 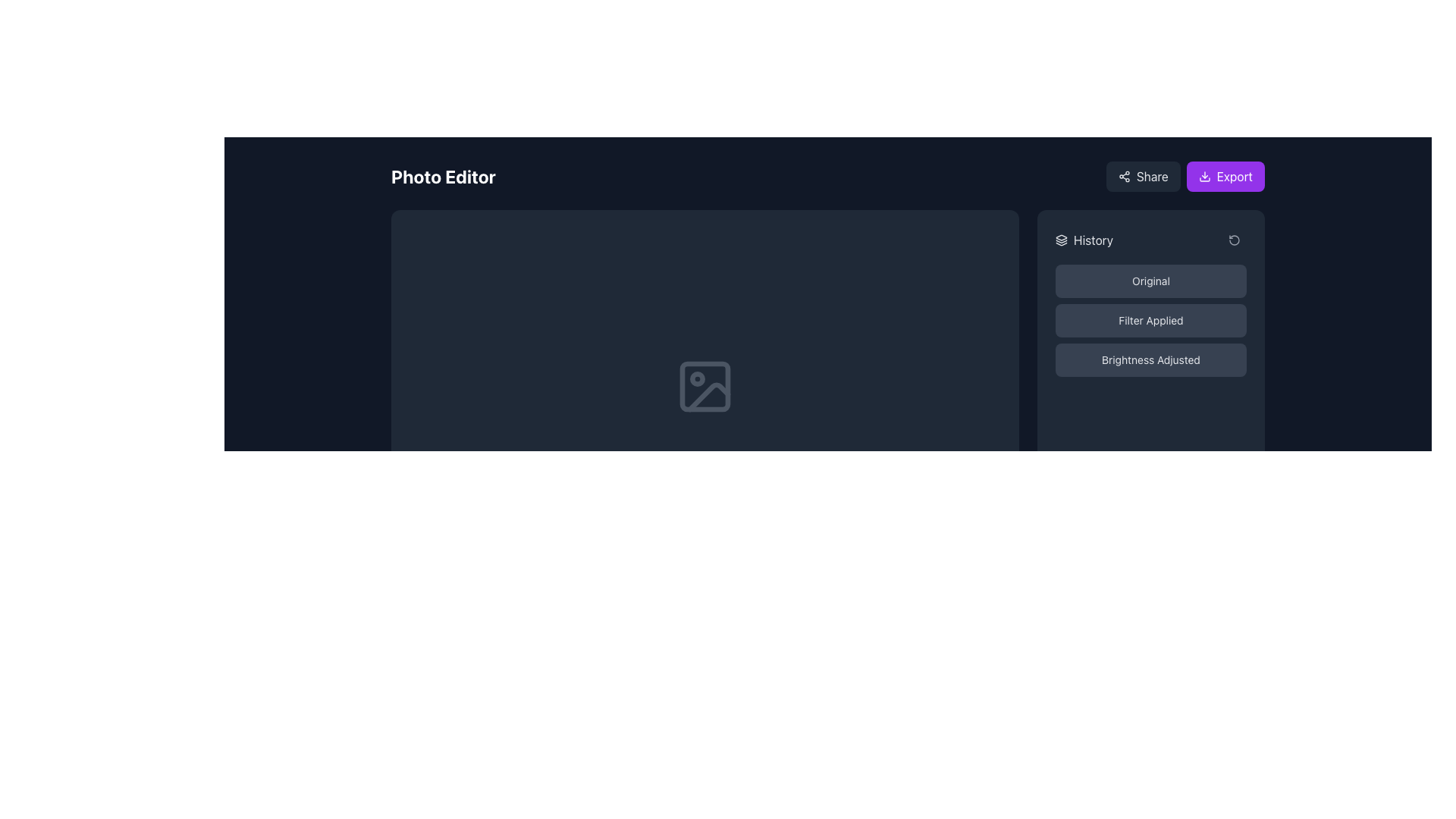 What do you see at coordinates (1143, 175) in the screenshot?
I see `the 'Share' button with a dark gray background and rounded corners located at the top-right corner of the interface to initiate the sharing action` at bounding box center [1143, 175].